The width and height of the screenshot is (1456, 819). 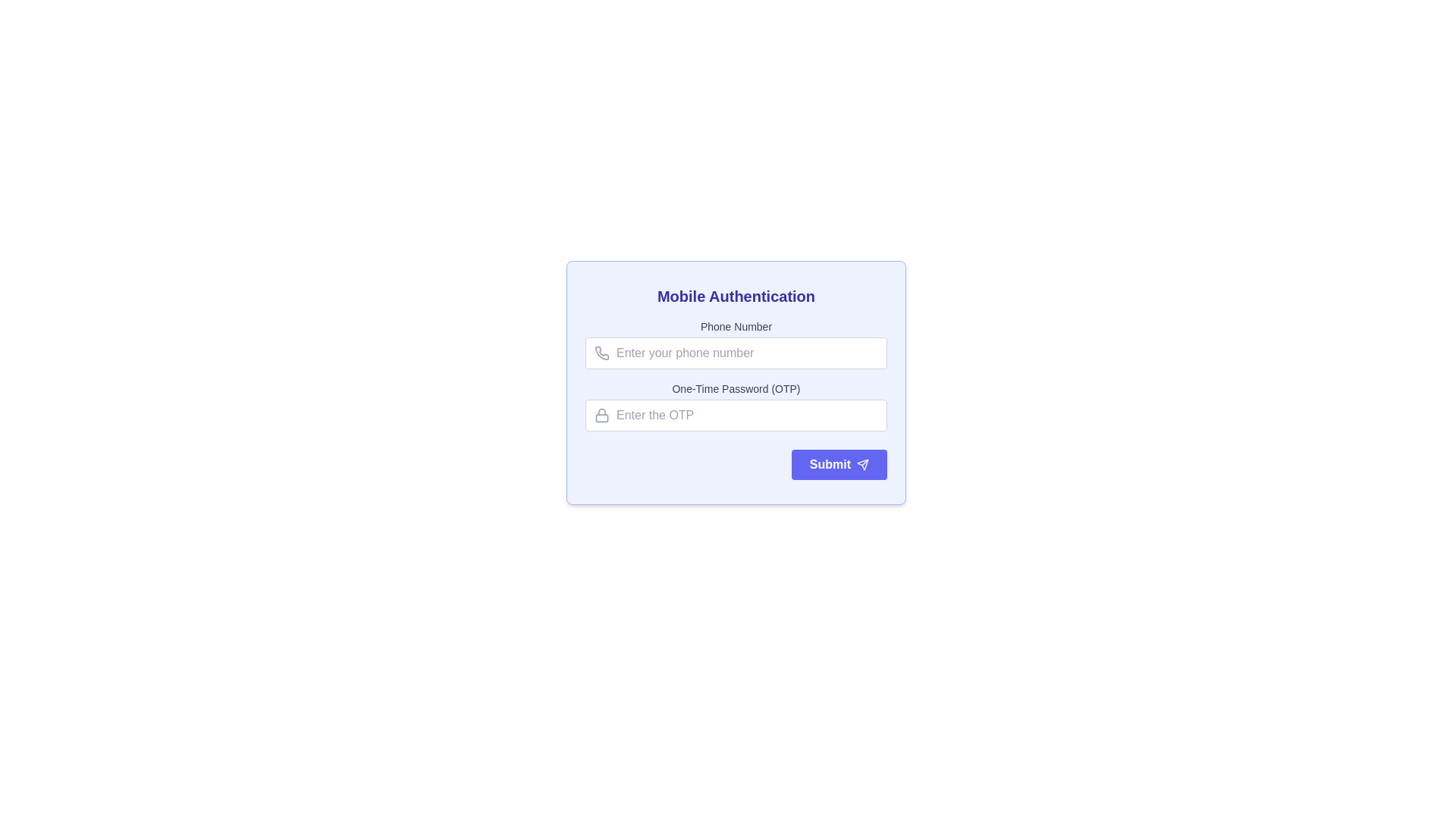 What do you see at coordinates (736, 326) in the screenshot?
I see `the 'Phone Number' text label, which is styled with a medium-sized, gray-colored font and positioned above the phone number input field in a mobile authentication form` at bounding box center [736, 326].